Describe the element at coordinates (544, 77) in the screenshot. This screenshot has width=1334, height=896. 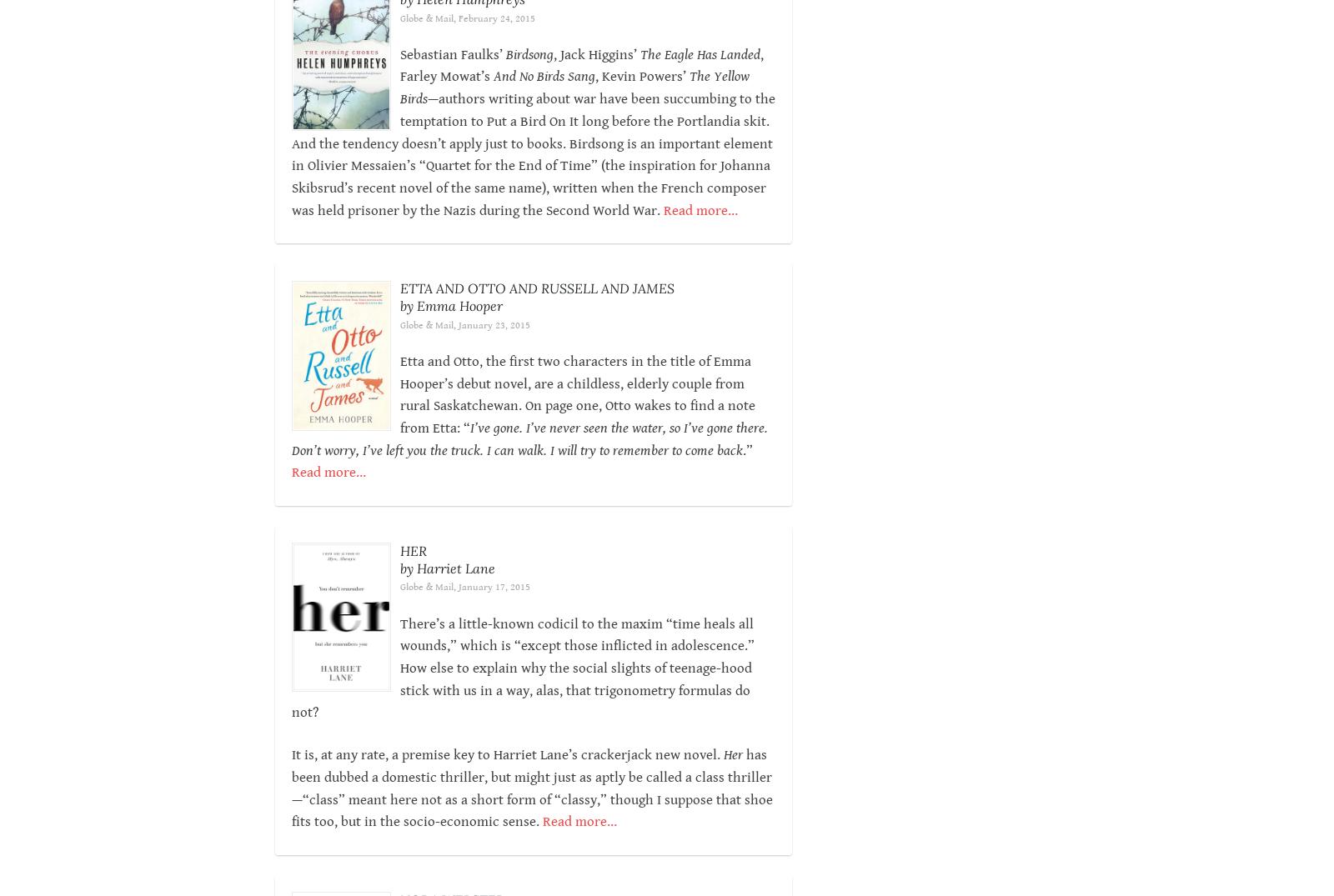
I see `'And No Birds Sang'` at that location.